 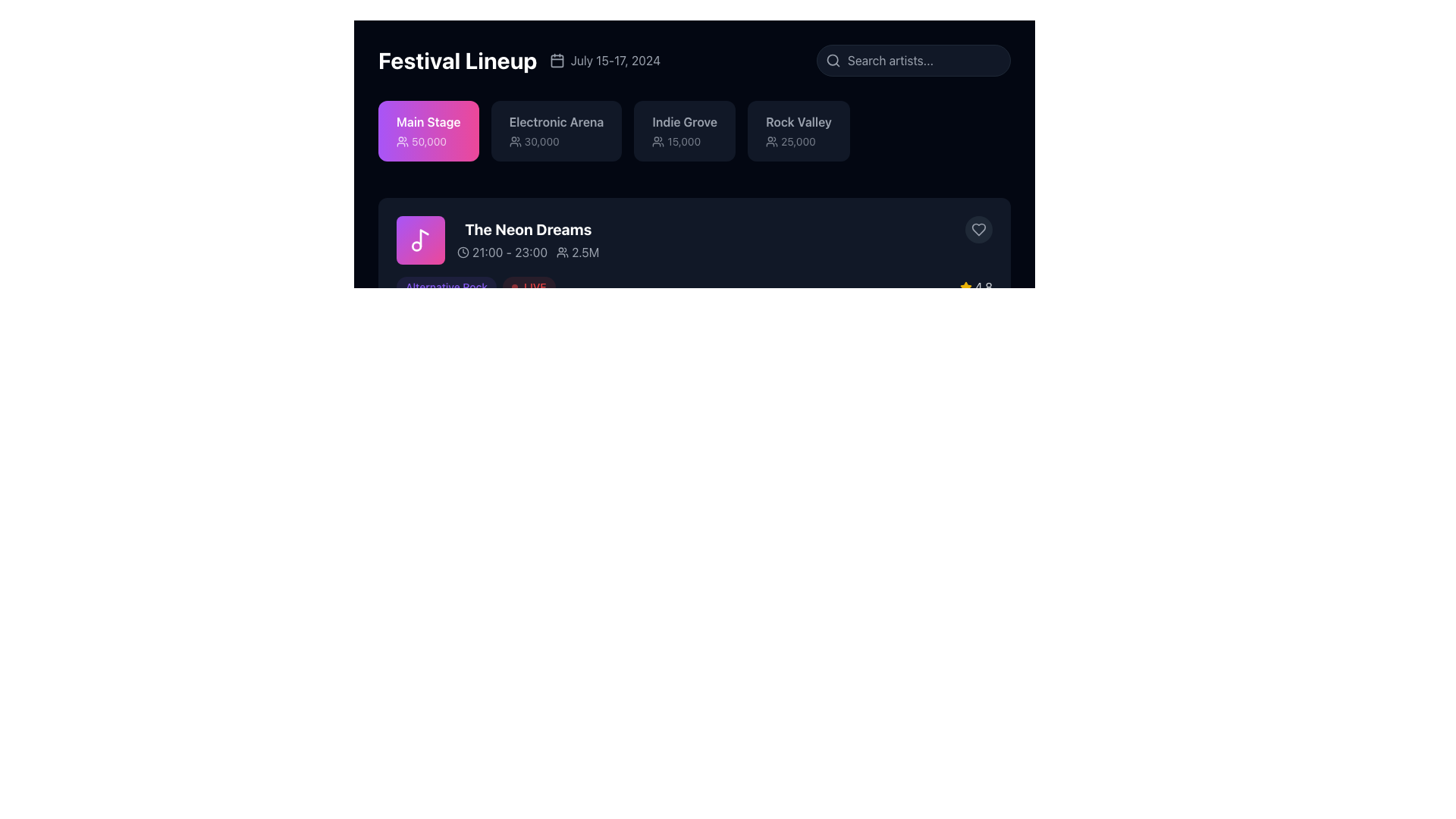 I want to click on the Rating indicator with a gold star icon and the text '4.8' in gray color, located in the bottom right portion of the surrounding area for the music performance metadata, so click(x=976, y=287).